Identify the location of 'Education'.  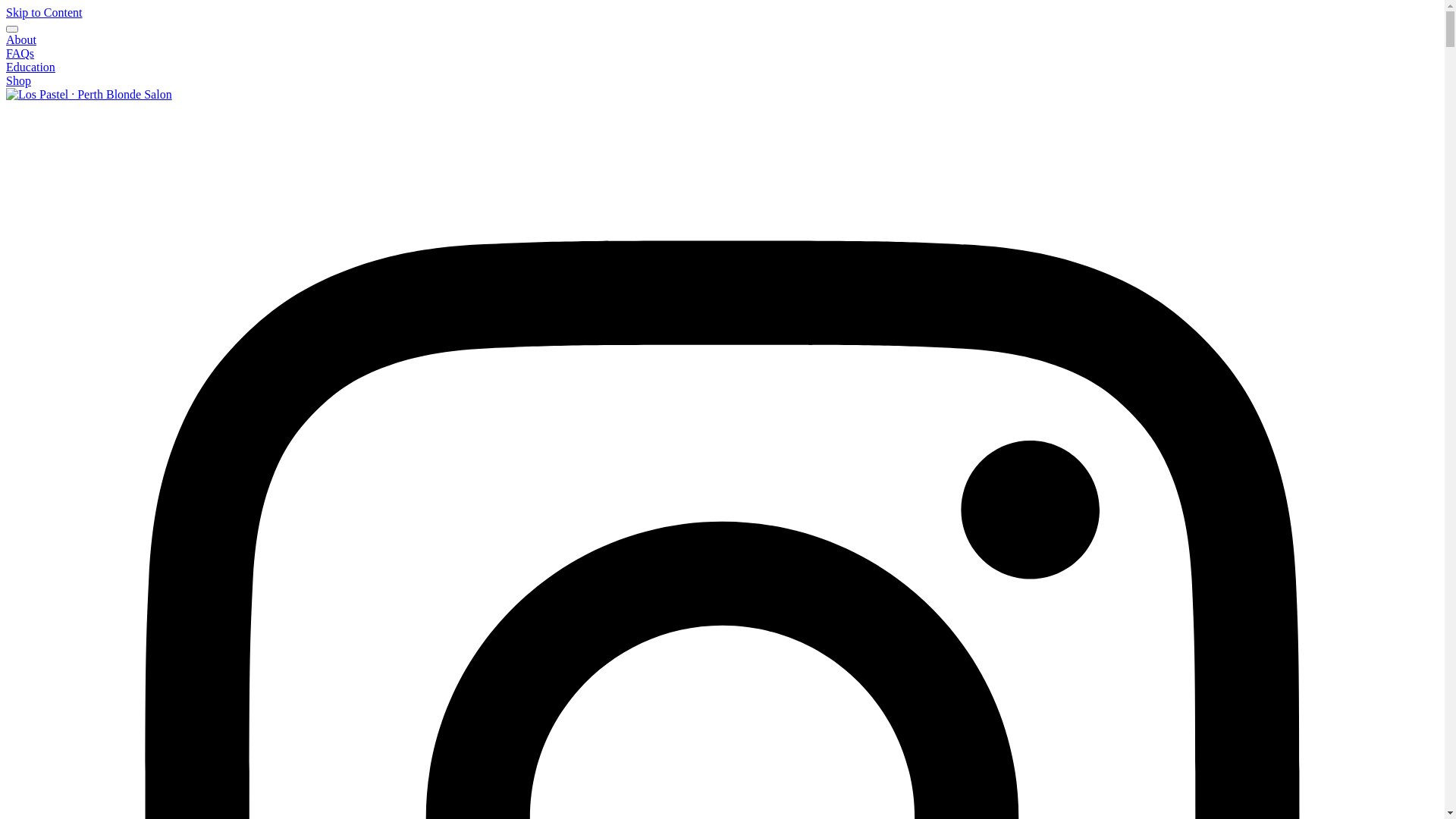
(30, 66).